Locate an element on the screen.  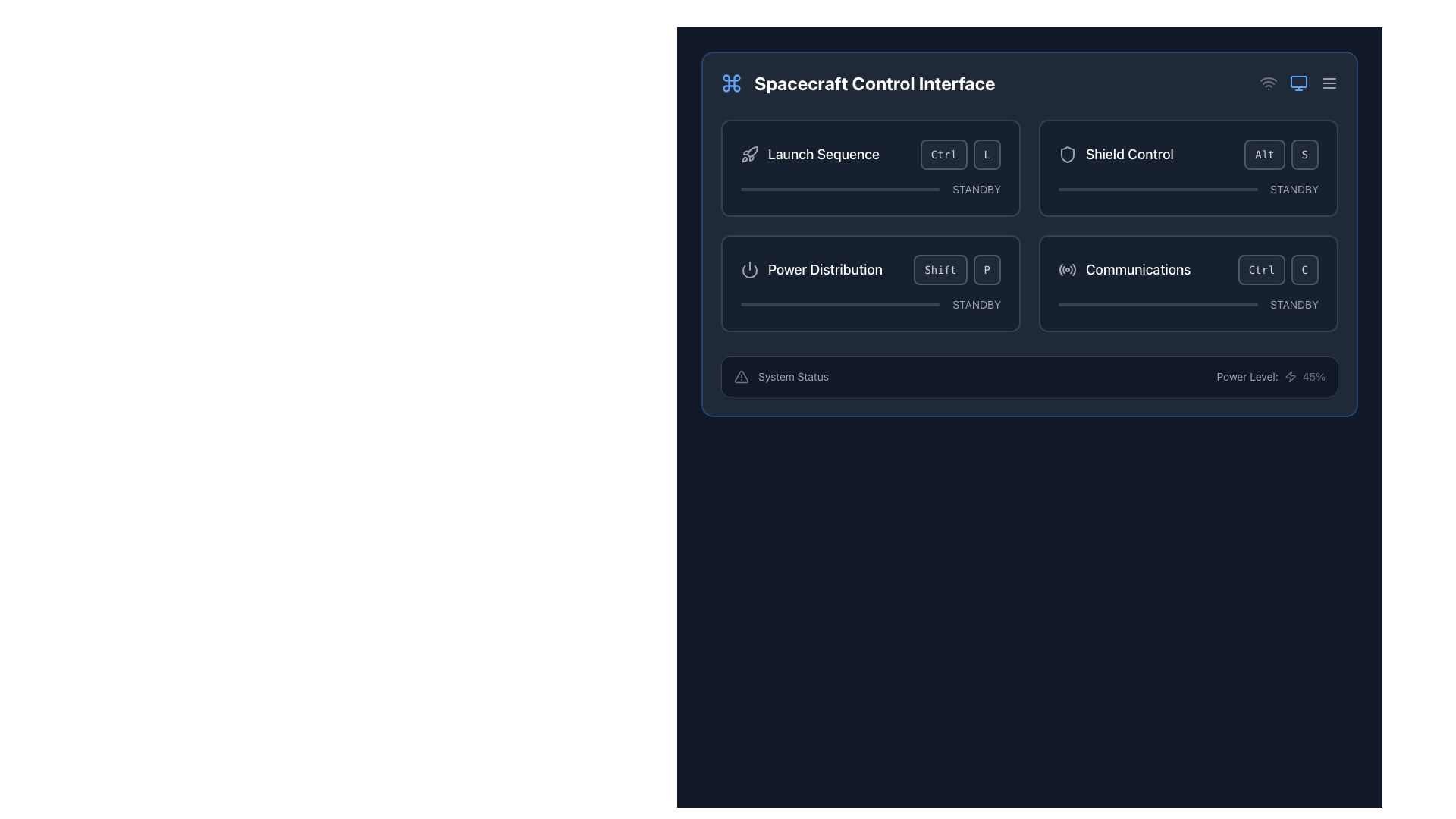
text displayed in the 'System Status' label, which is in a small gray font and located in the bottom section of the interface next to a warning icon is located at coordinates (792, 376).